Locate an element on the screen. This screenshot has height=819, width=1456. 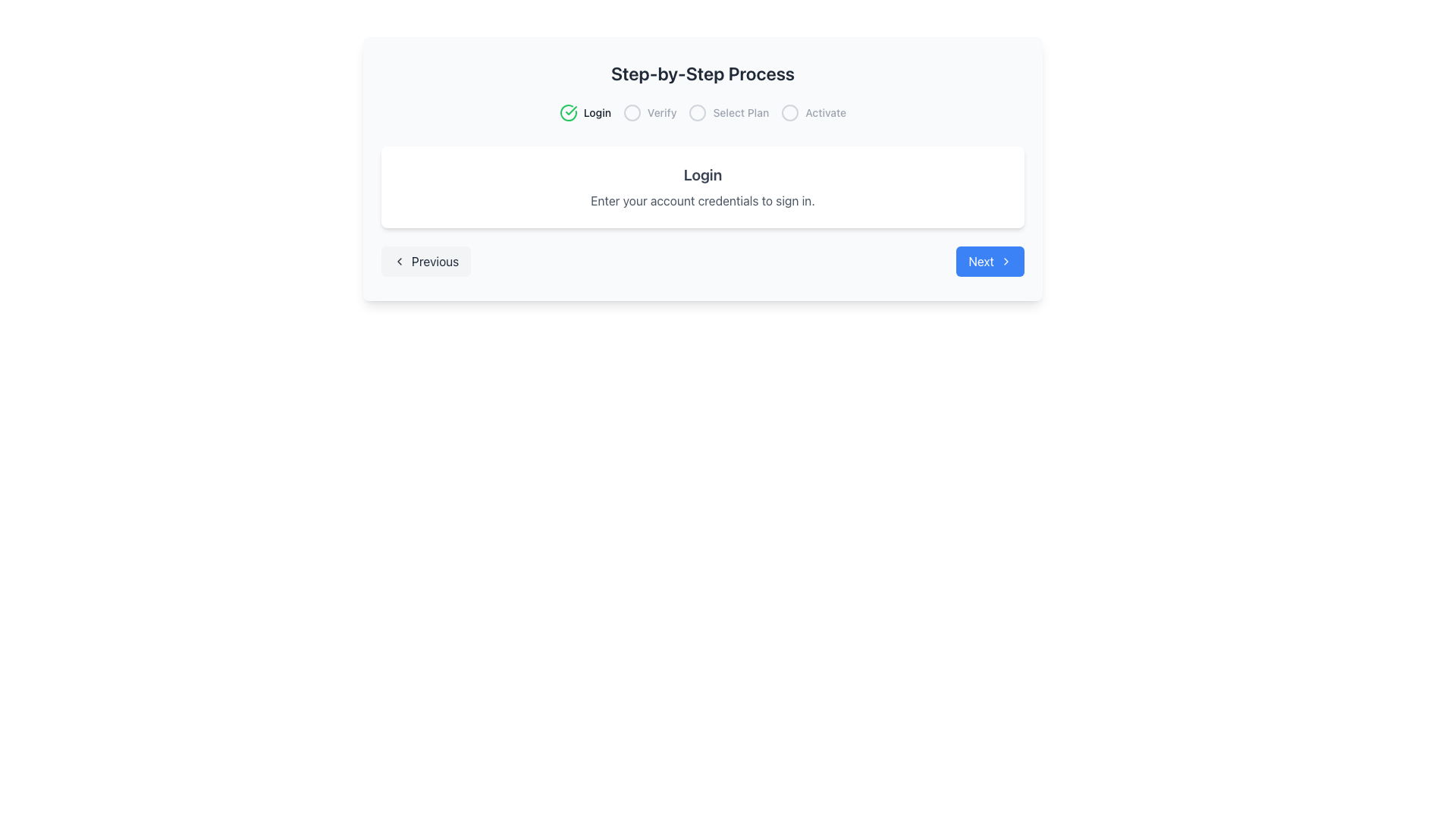
the Progress indicator for the 'Activate' step is located at coordinates (813, 112).